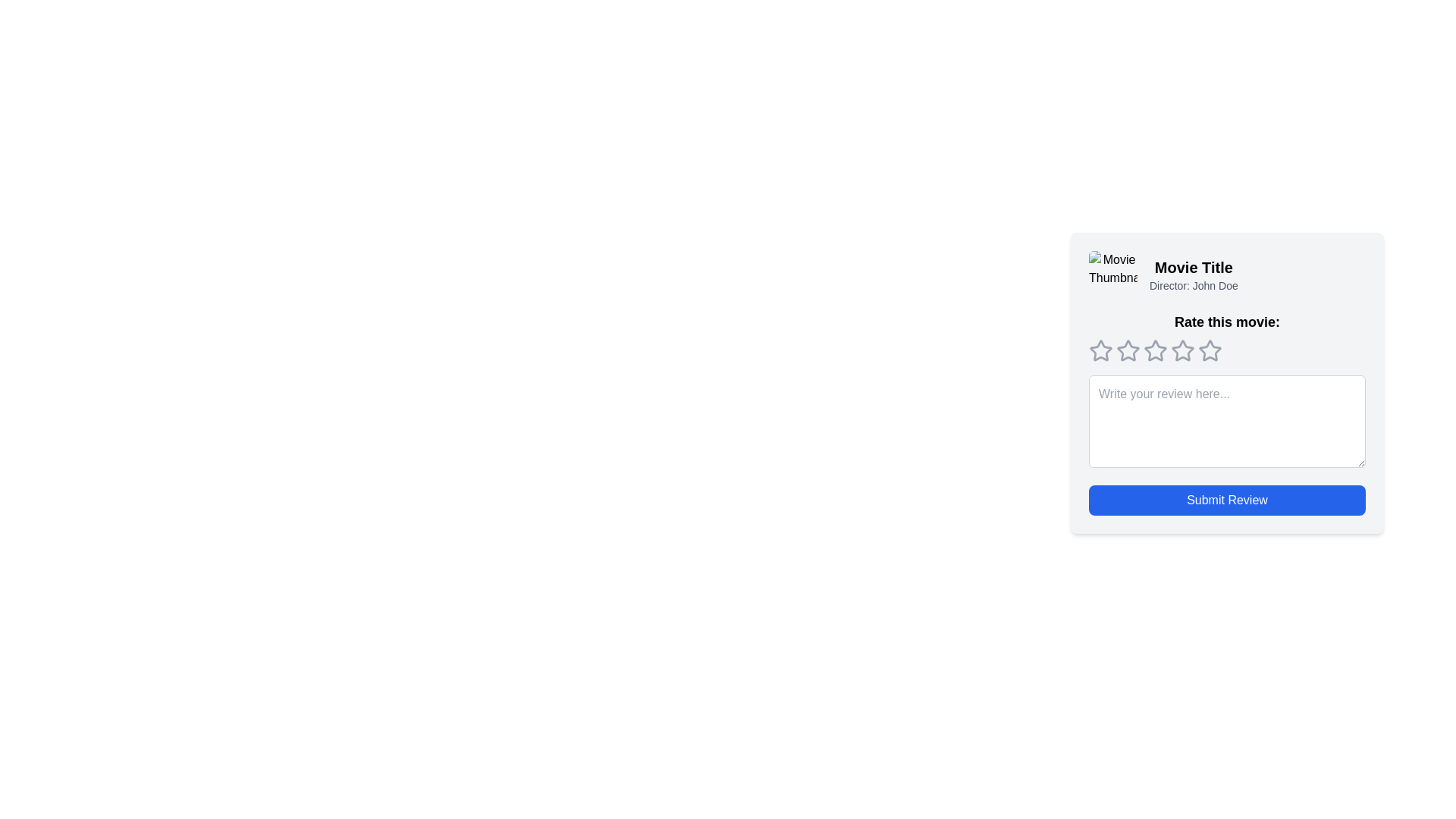  What do you see at coordinates (1210, 350) in the screenshot?
I see `the fifth star icon in the rating system, which is a gray outlined star indicating an unselected state` at bounding box center [1210, 350].